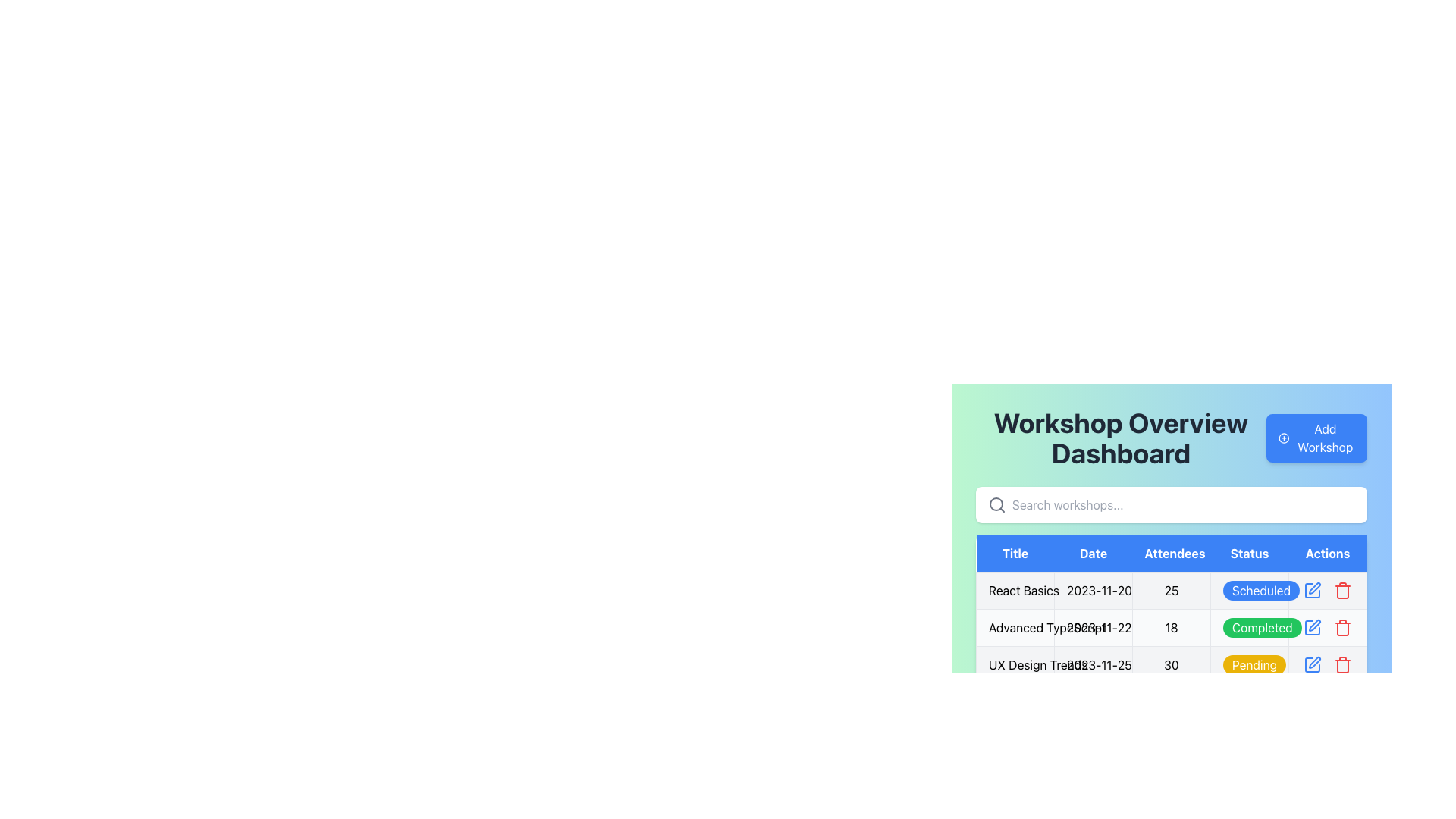 The height and width of the screenshot is (819, 1456). I want to click on the blue rectangular button labeled 'Status' which is the fourth element in a row of five header labels in the table layout, so click(1249, 553).